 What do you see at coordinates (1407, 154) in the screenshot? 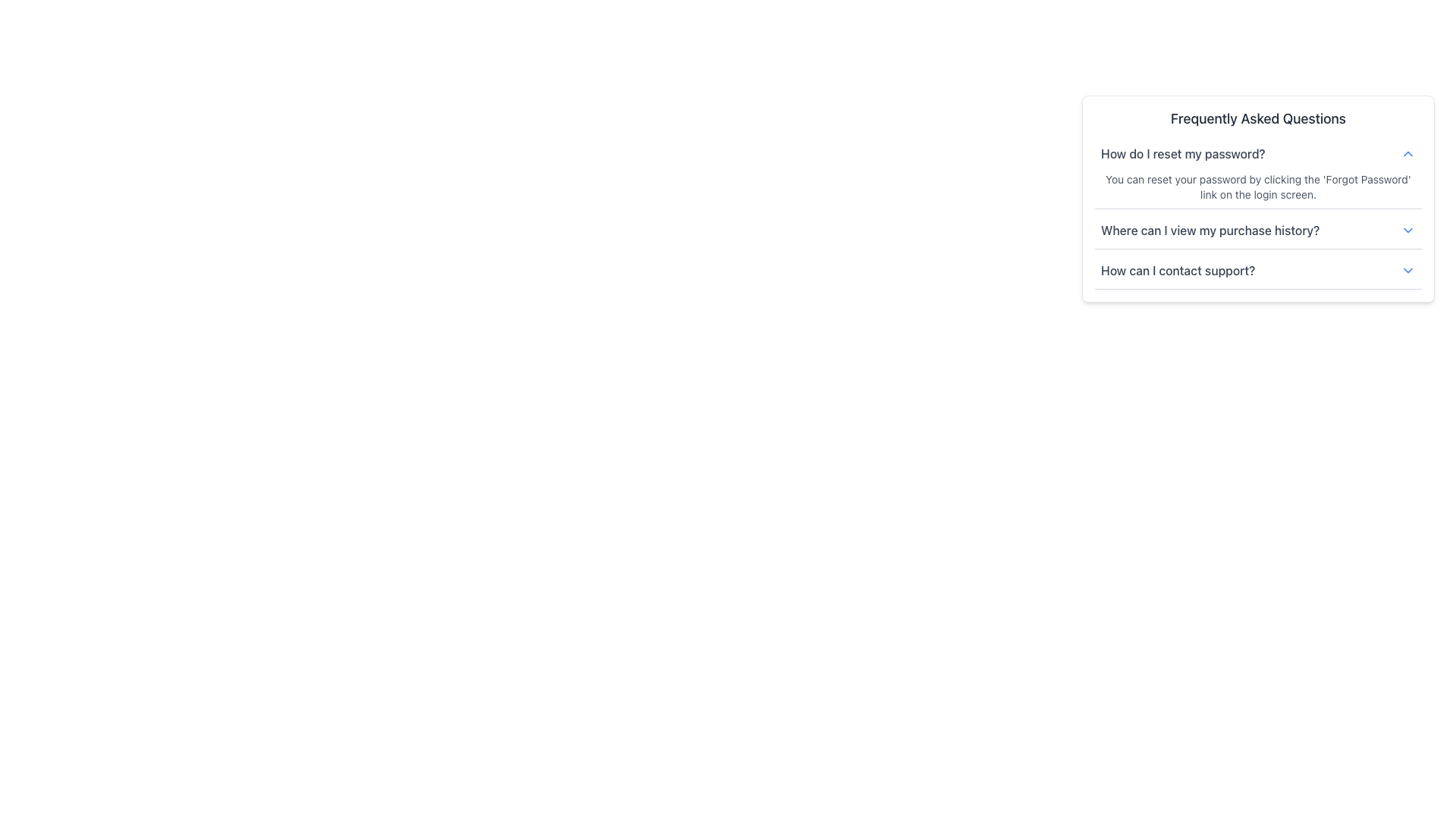
I see `the upward chevron icon styled in blue located on the right side of the FAQ header 'How do I reset my password?'` at bounding box center [1407, 154].